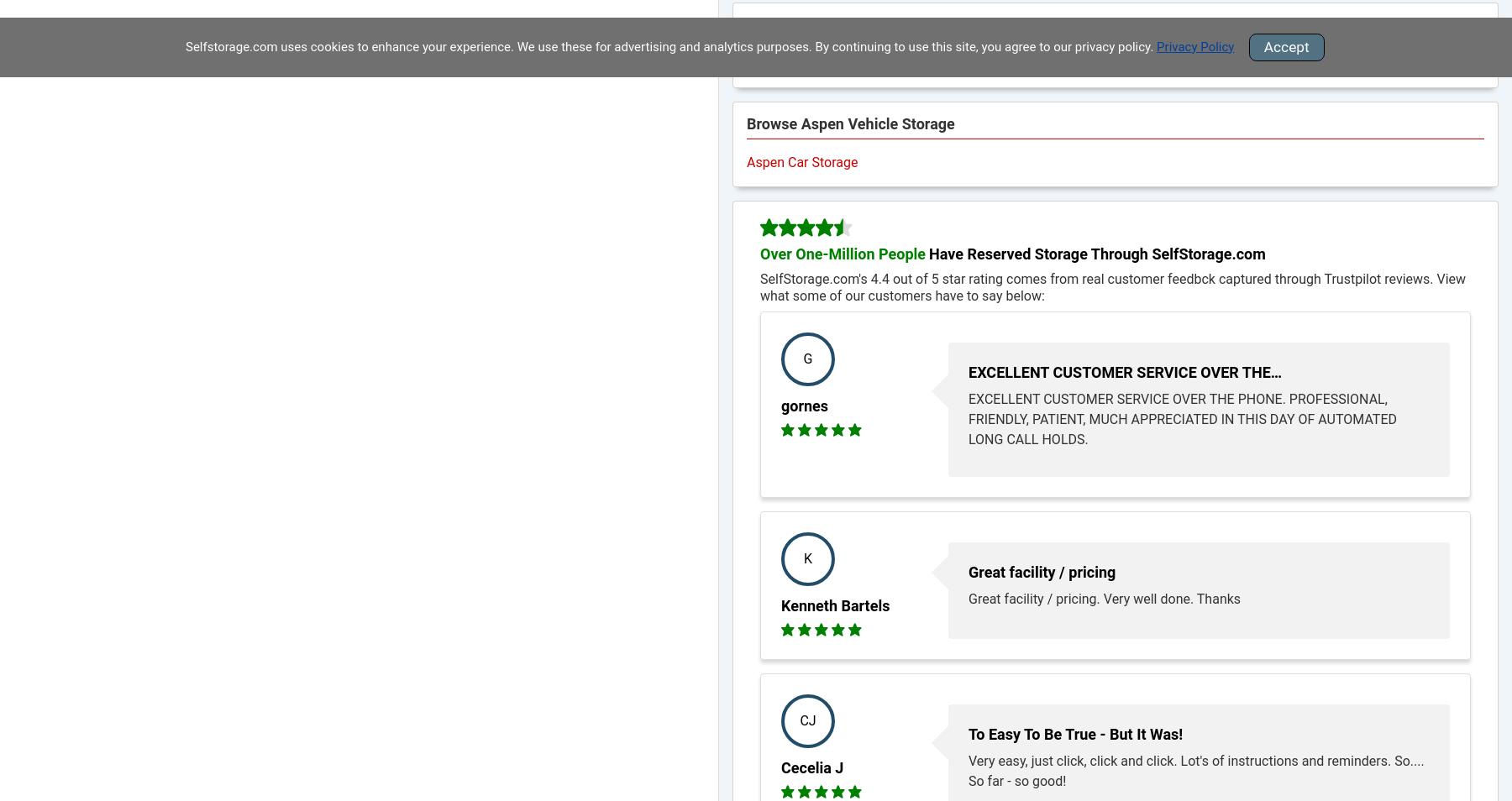 The width and height of the screenshot is (1512, 801). Describe the element at coordinates (1181, 418) in the screenshot. I see `'EXCELLENT CUSTOMER SERVICE OVER THE PHONE.  PROFESSIONAL, FRIENDLY, PATIENT, MUCH APPRECIATED IN THIS DAY OF AUTOMATED LONG CALL HOLDS.'` at that location.